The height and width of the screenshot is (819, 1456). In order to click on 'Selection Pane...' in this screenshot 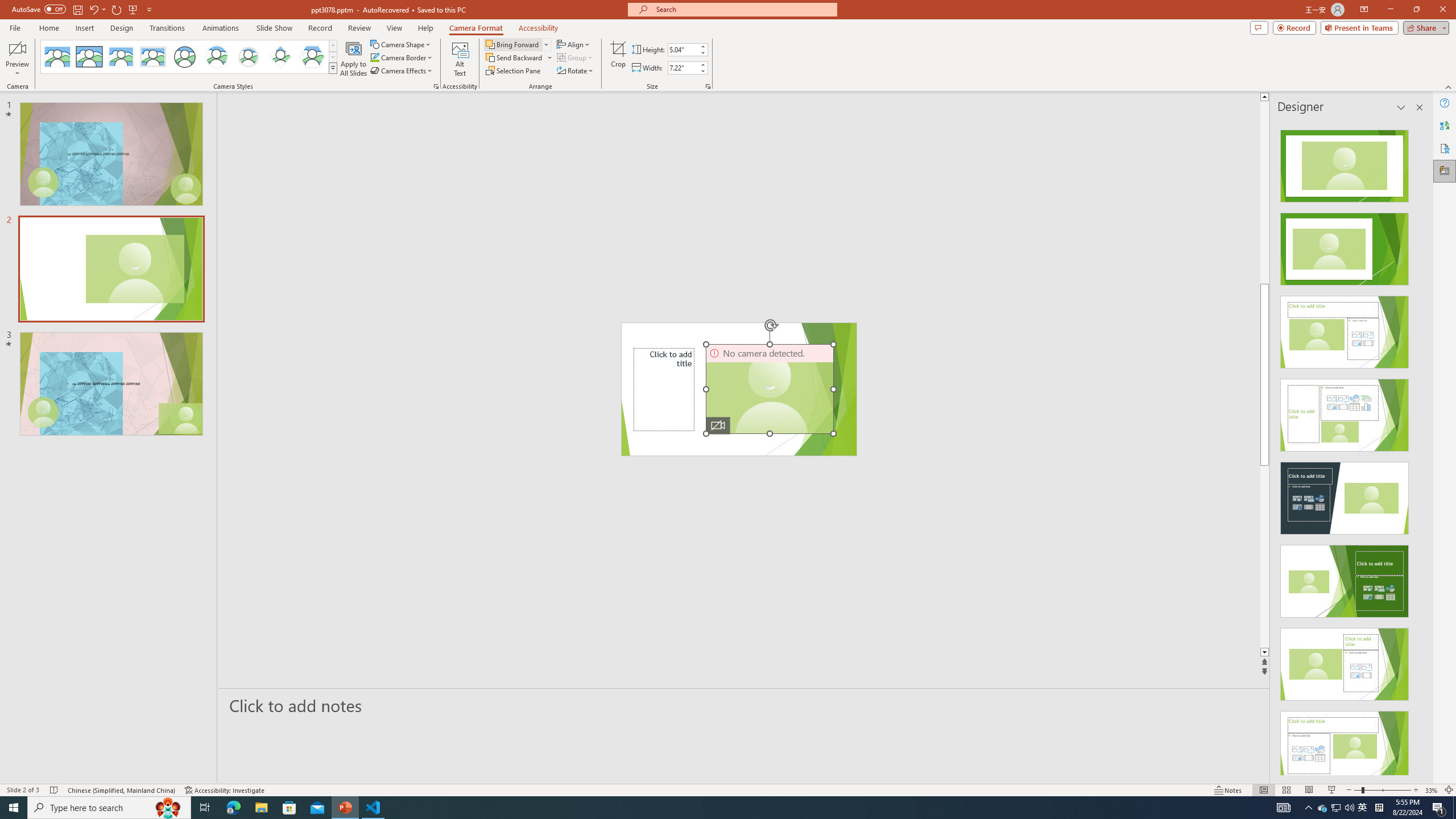, I will do `click(513, 69)`.